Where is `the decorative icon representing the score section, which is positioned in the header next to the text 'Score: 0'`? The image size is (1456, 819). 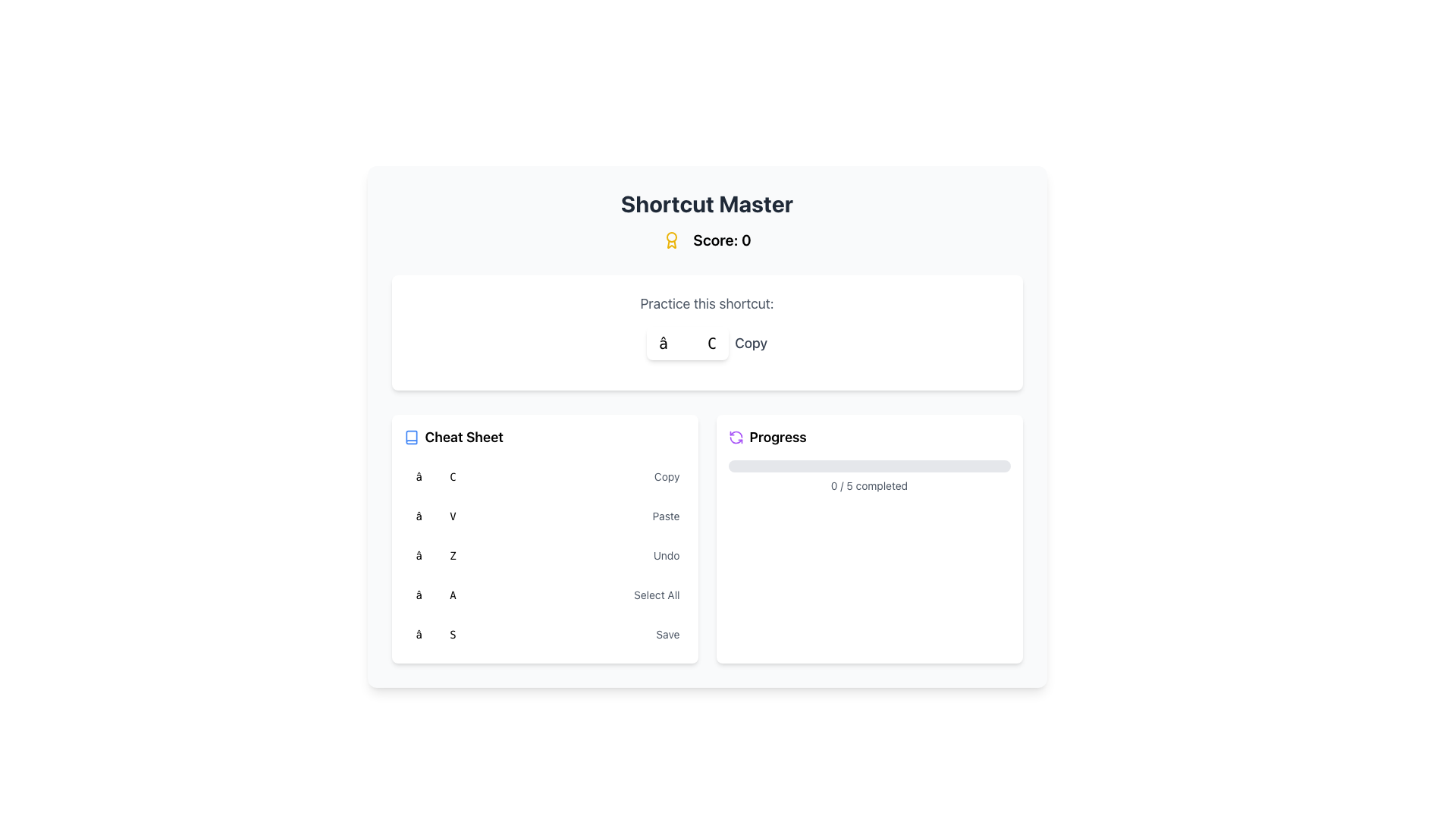 the decorative icon representing the score section, which is positioned in the header next to the text 'Score: 0' is located at coordinates (671, 239).